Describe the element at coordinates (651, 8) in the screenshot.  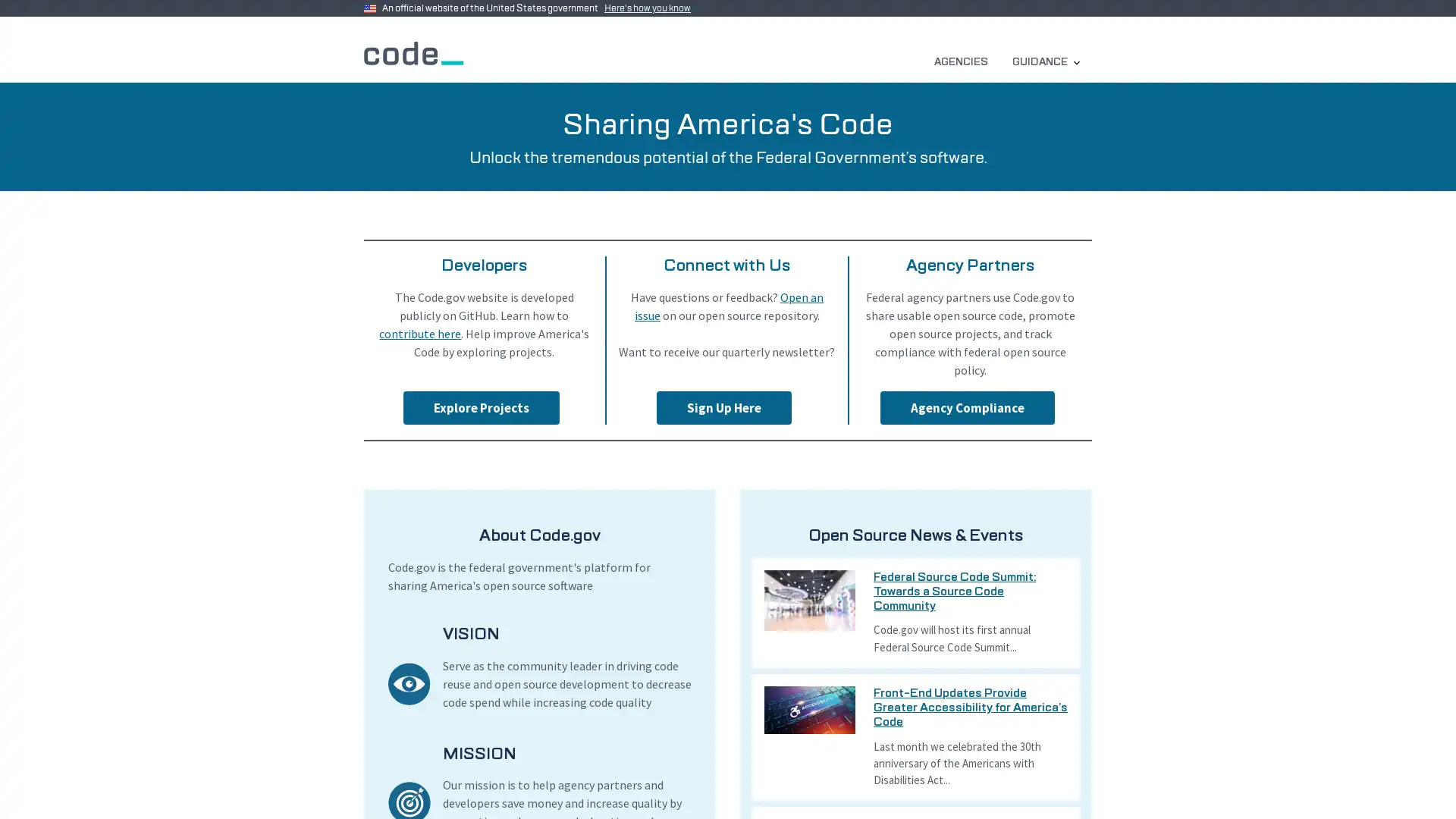
I see `Here's how you know` at that location.